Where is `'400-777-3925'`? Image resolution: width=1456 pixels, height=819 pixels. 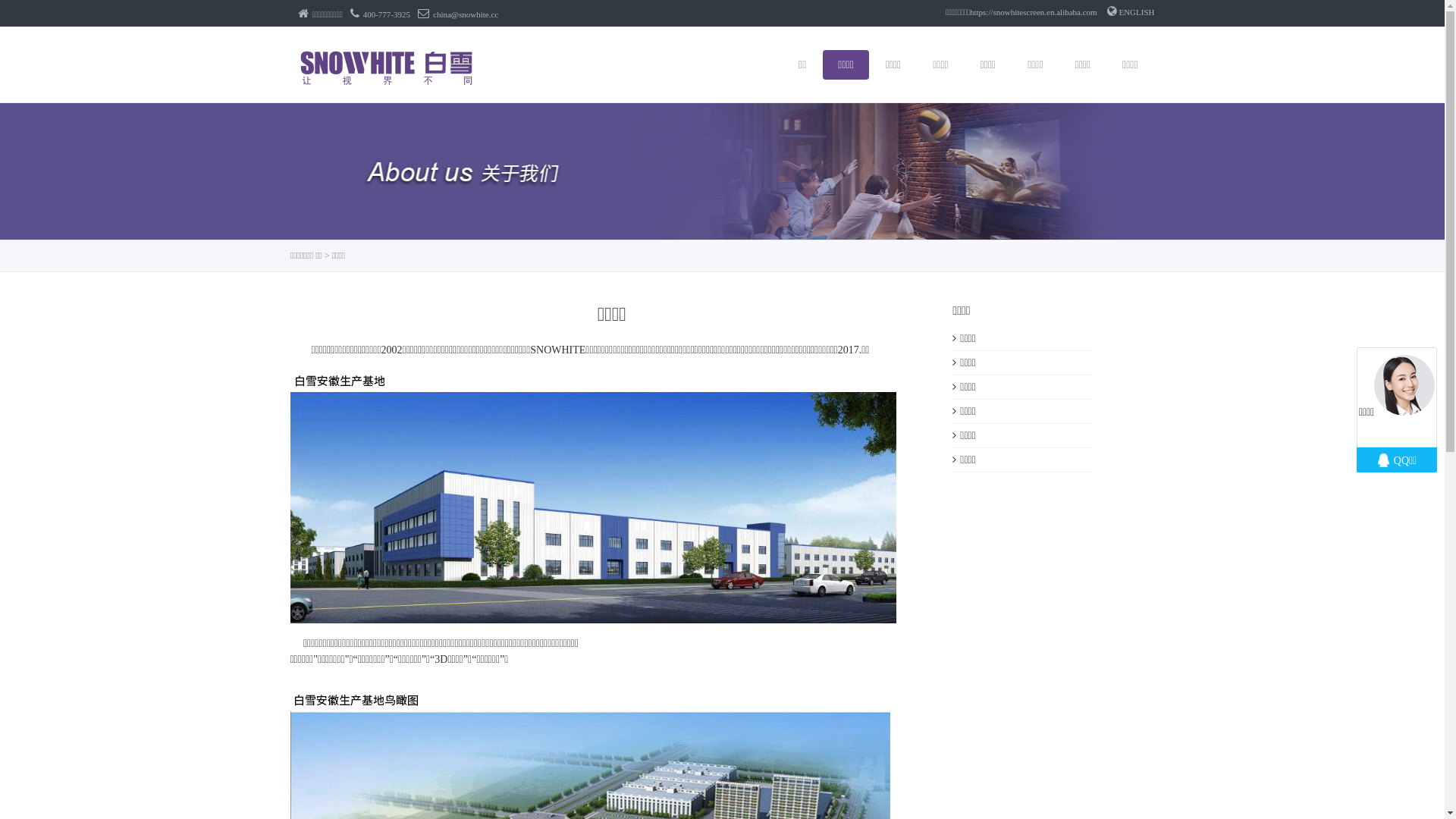
'400-777-3925' is located at coordinates (380, 14).